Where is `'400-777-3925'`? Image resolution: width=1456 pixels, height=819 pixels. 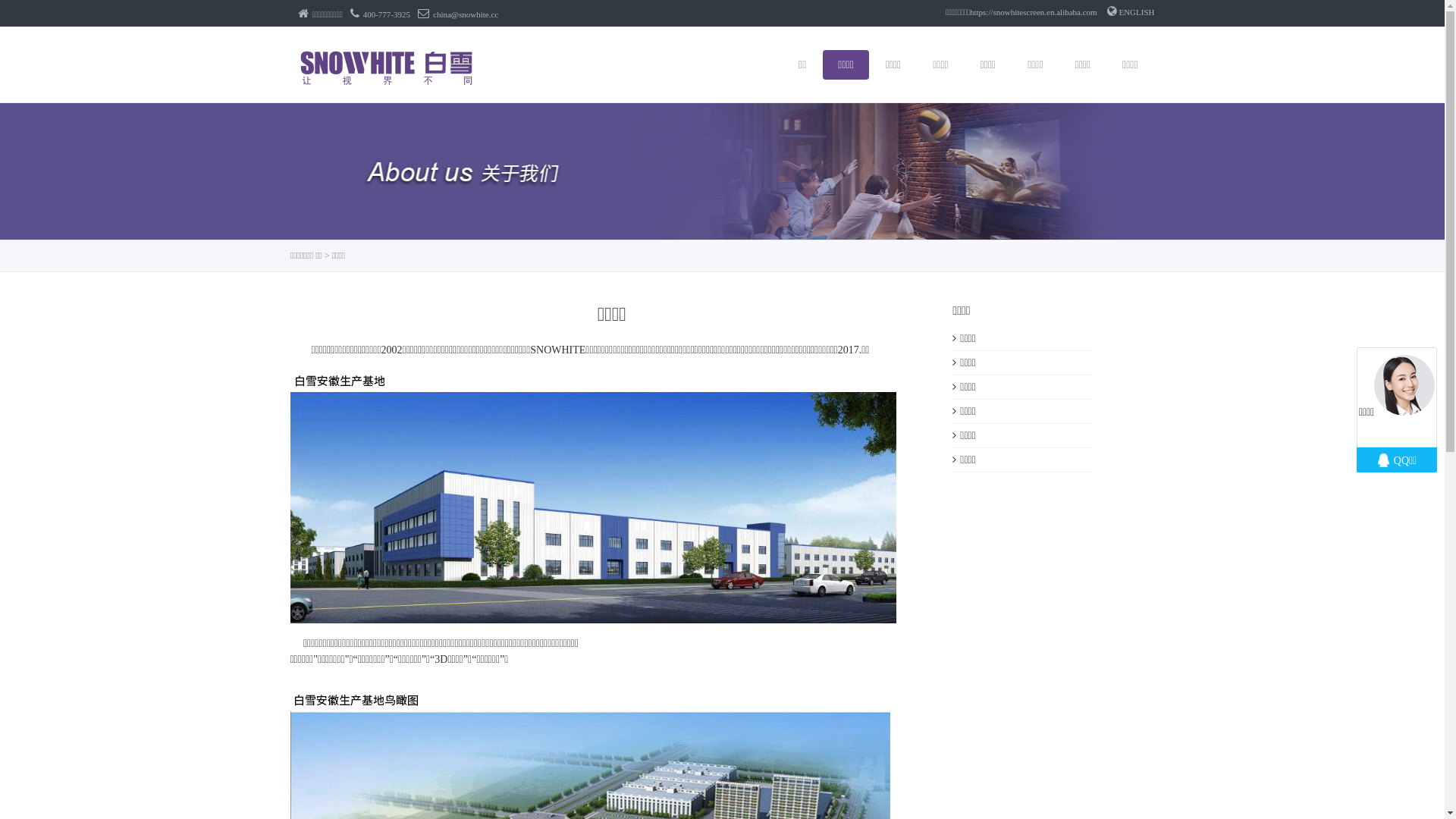
'400-777-3925' is located at coordinates (380, 14).